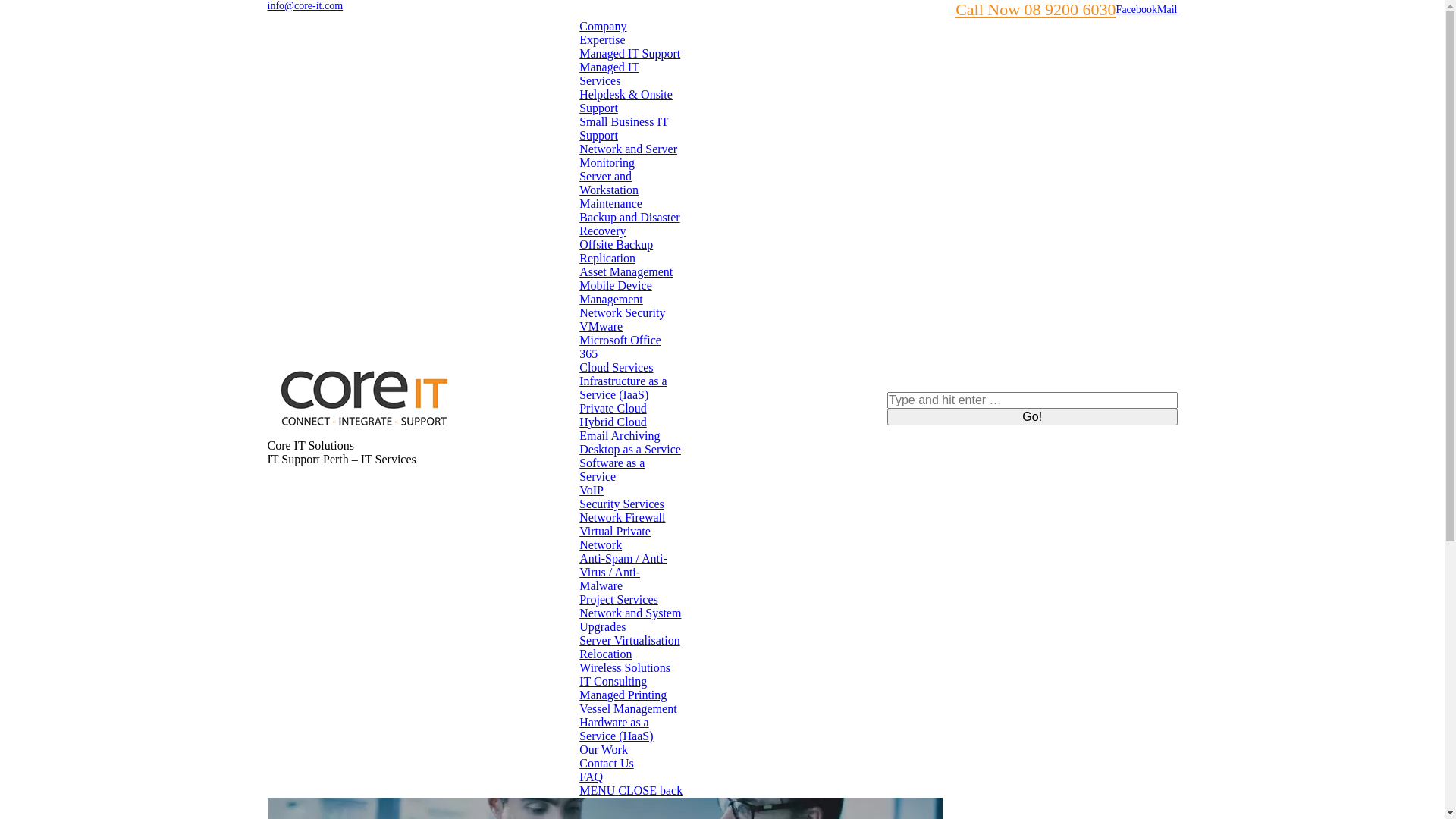  What do you see at coordinates (602, 26) in the screenshot?
I see `'Company'` at bounding box center [602, 26].